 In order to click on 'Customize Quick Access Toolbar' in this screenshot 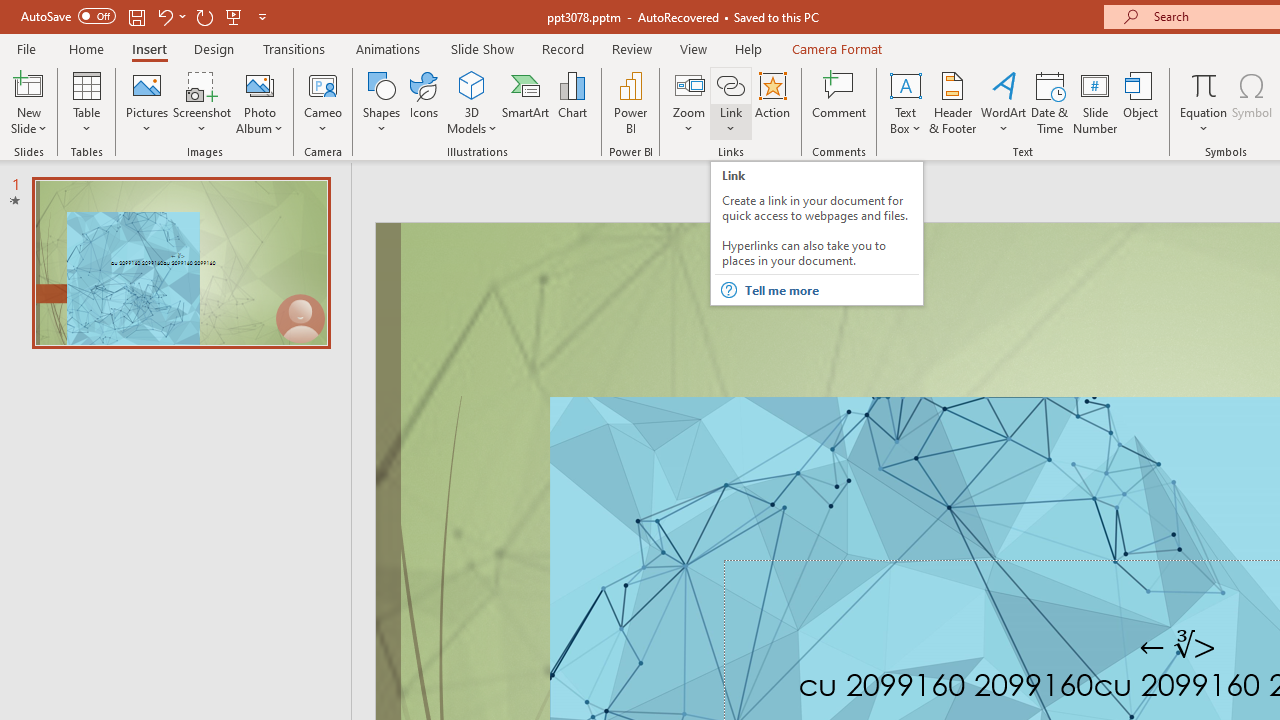, I will do `click(262, 16)`.